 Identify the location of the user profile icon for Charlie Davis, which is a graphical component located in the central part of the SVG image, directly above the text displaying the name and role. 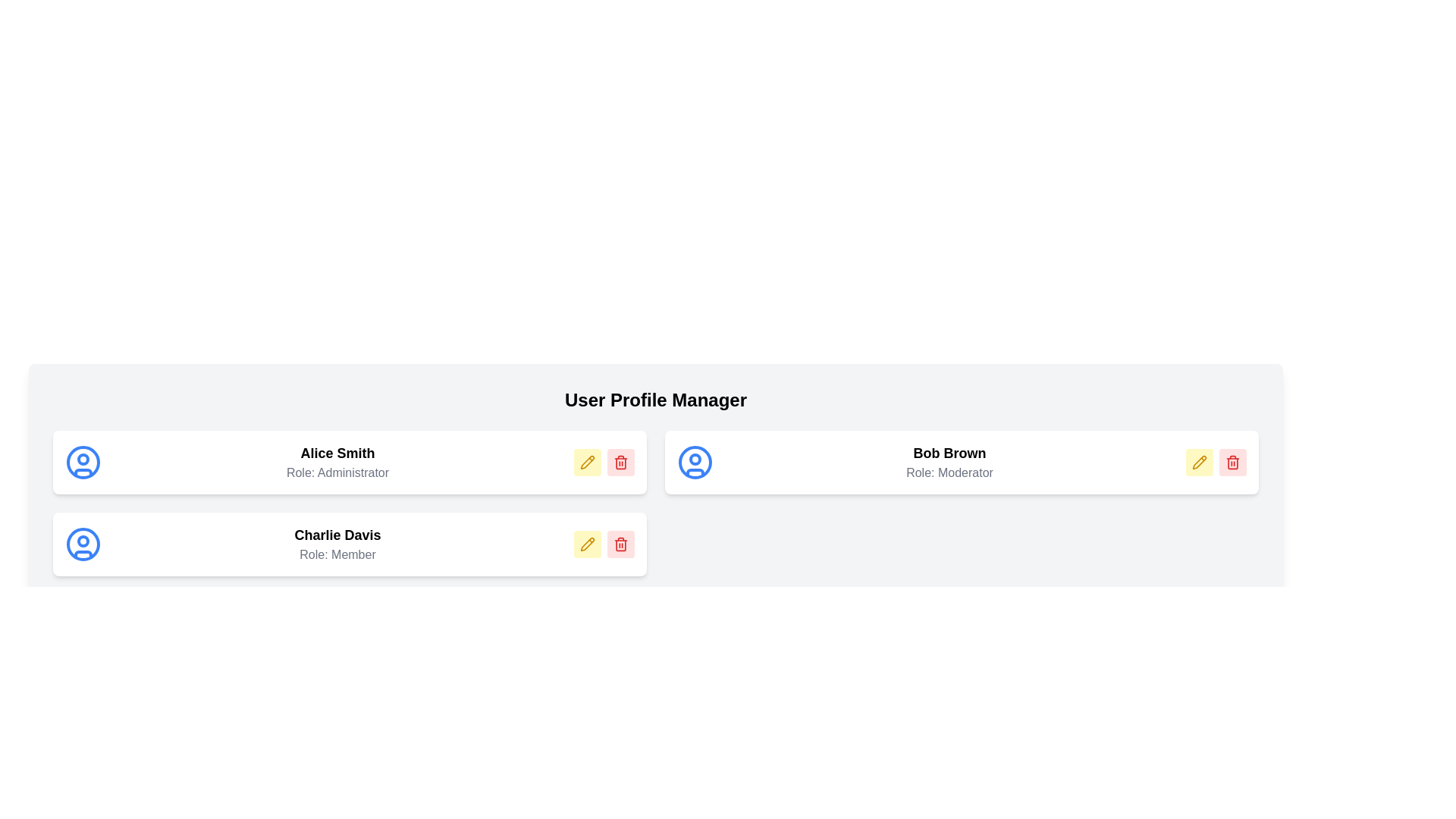
(83, 540).